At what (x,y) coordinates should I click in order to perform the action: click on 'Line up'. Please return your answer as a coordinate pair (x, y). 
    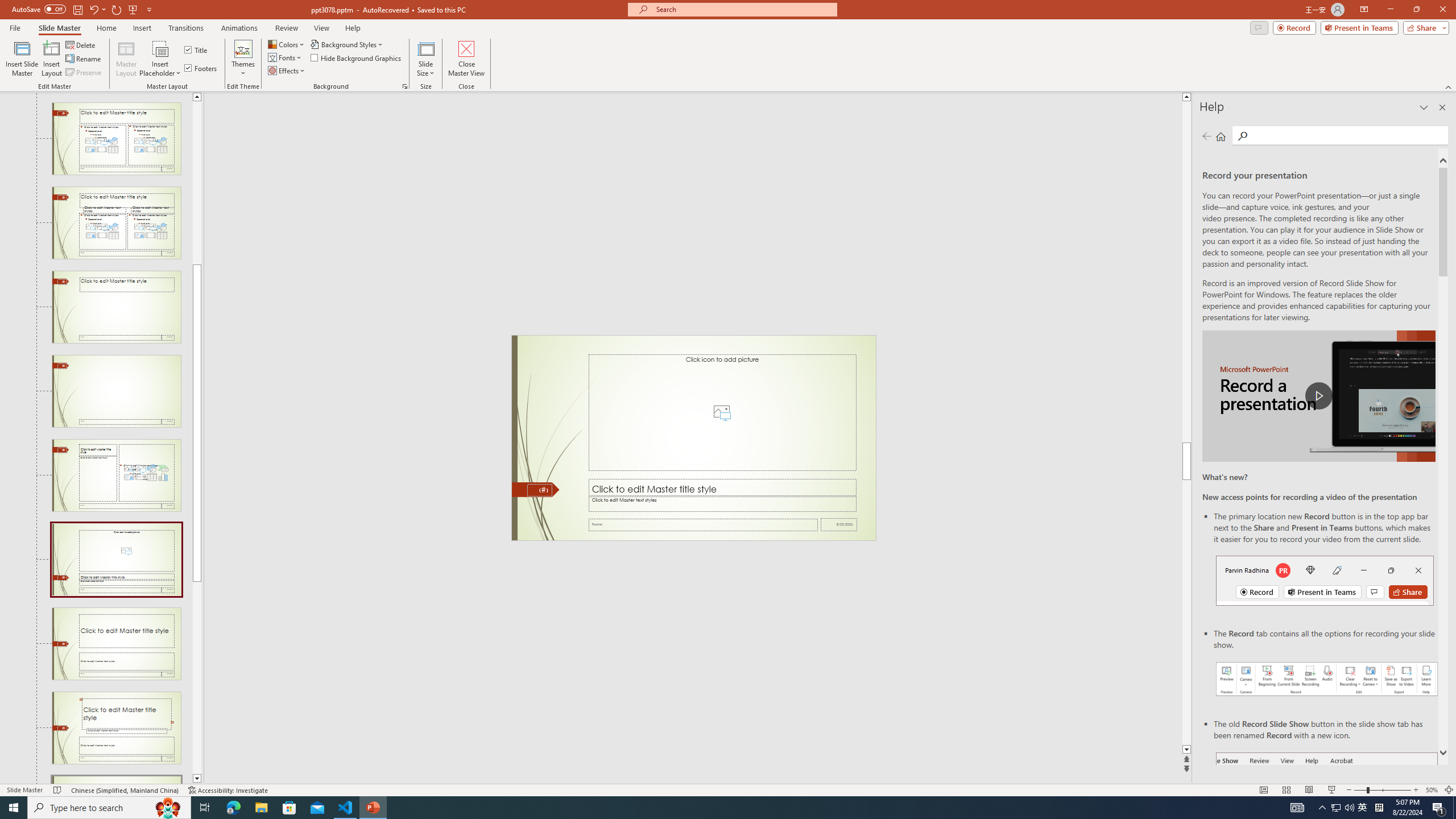
    Looking at the image, I should click on (197, 96).